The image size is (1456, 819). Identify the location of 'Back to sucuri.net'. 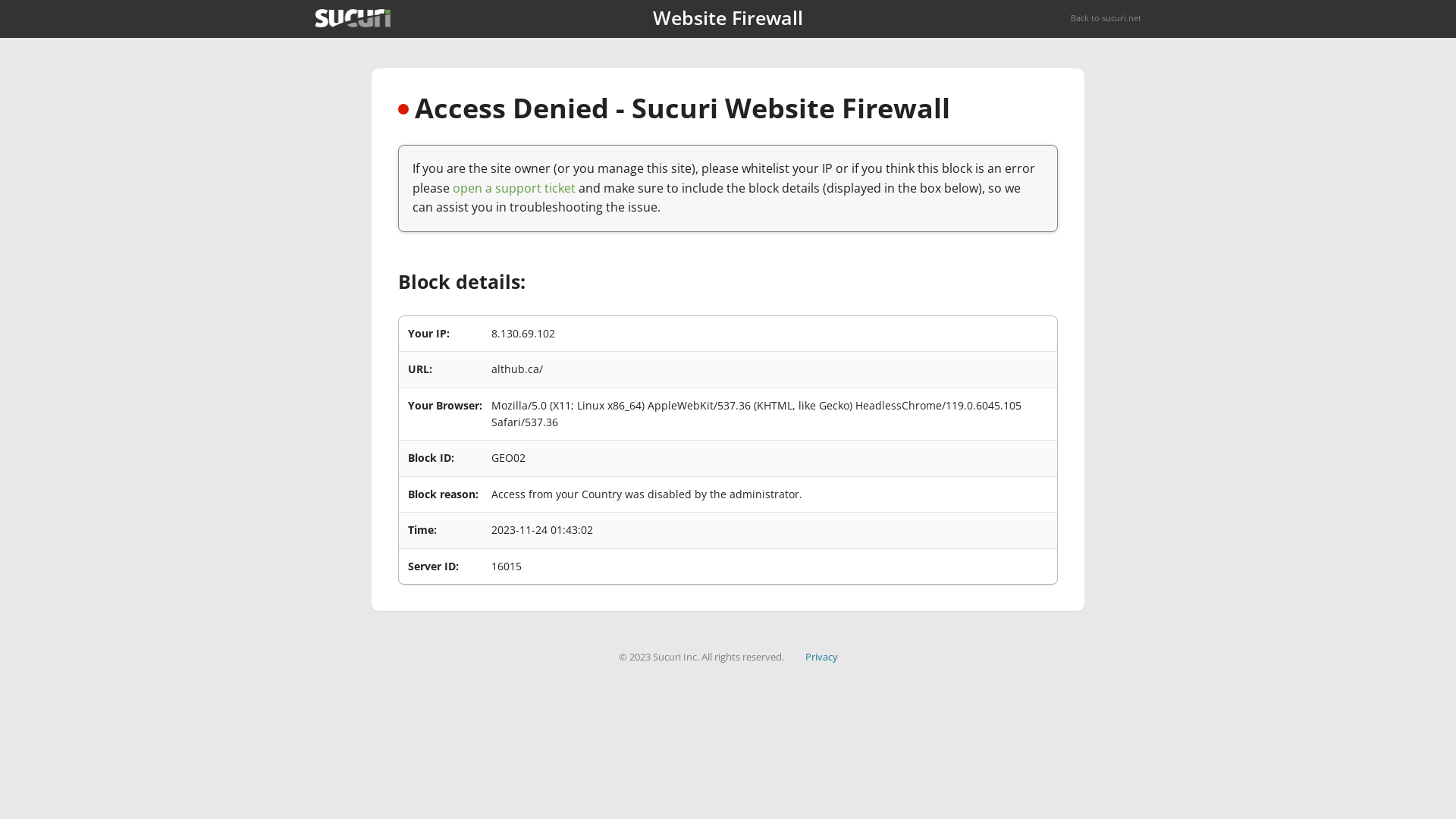
(1069, 17).